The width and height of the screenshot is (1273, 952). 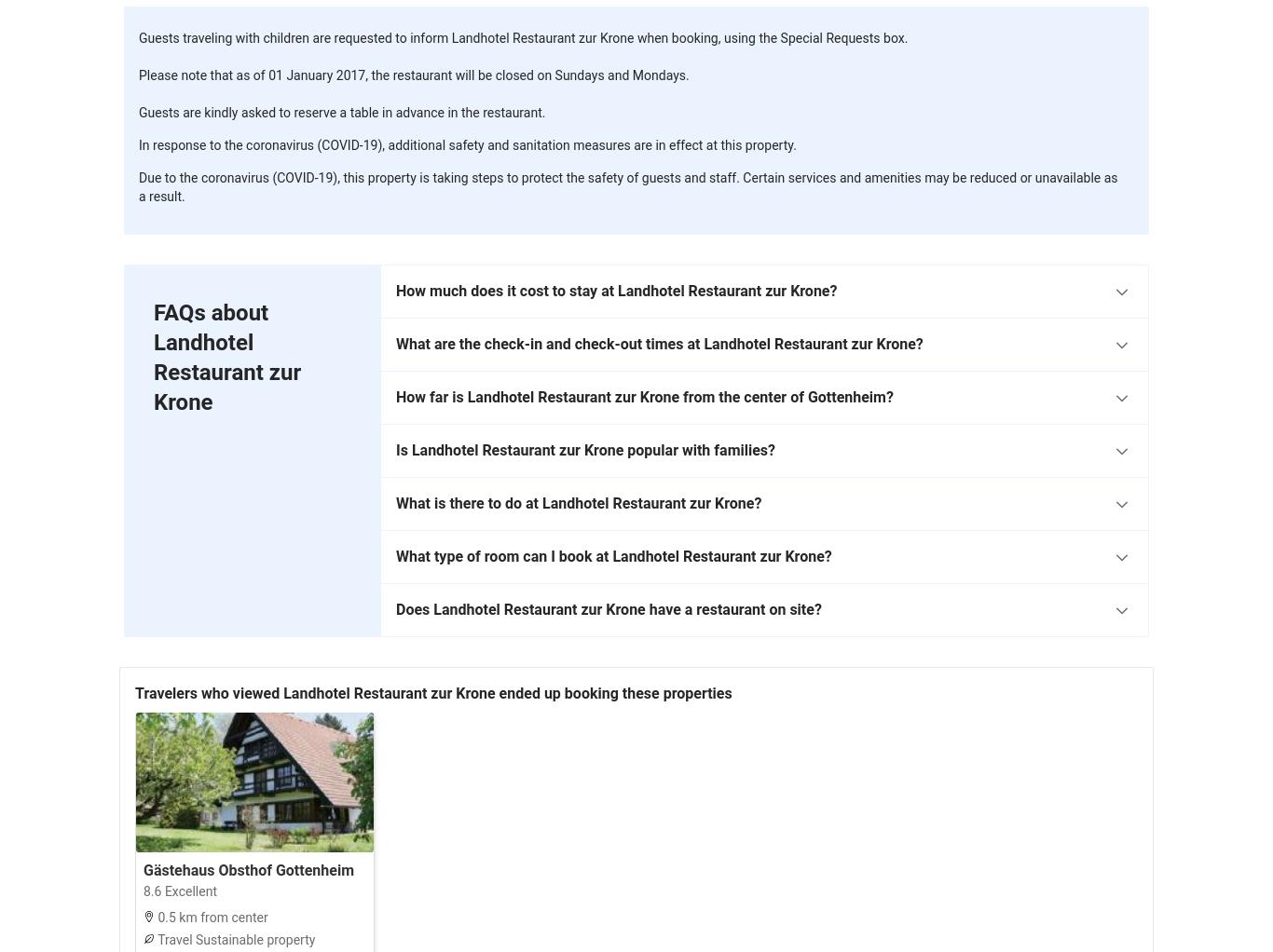 What do you see at coordinates (659, 343) in the screenshot?
I see `'What are the check-in and check-out times at Landhotel Restaurant zur Krone?'` at bounding box center [659, 343].